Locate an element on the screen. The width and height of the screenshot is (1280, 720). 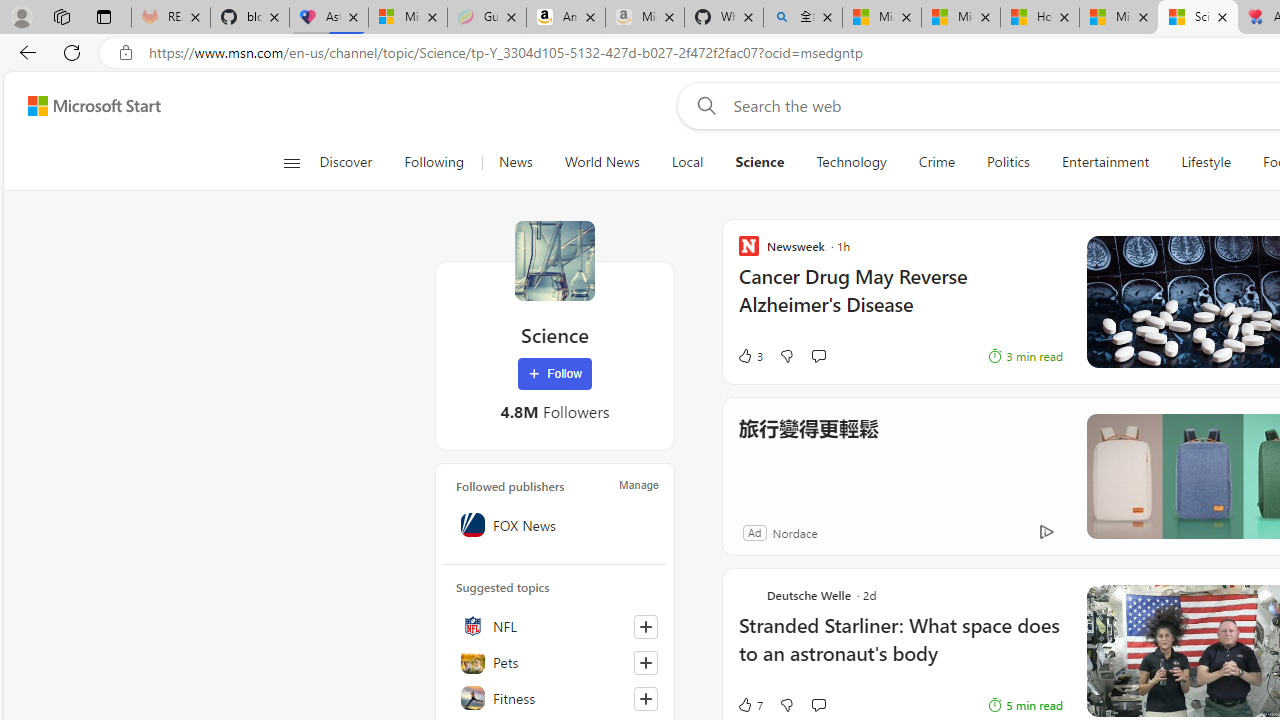
'NFL' is located at coordinates (555, 625).